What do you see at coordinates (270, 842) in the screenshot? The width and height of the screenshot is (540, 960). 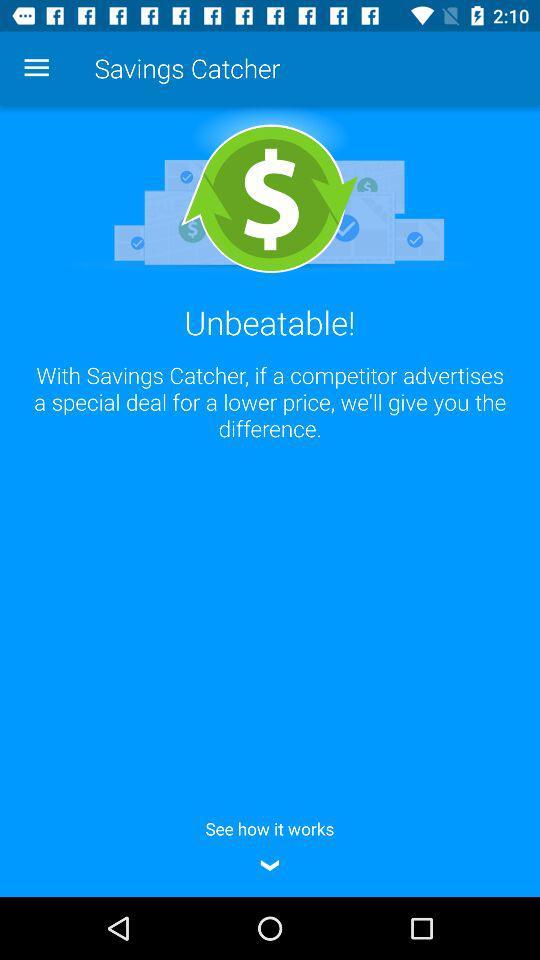 I see `icon below with savings catcher` at bounding box center [270, 842].